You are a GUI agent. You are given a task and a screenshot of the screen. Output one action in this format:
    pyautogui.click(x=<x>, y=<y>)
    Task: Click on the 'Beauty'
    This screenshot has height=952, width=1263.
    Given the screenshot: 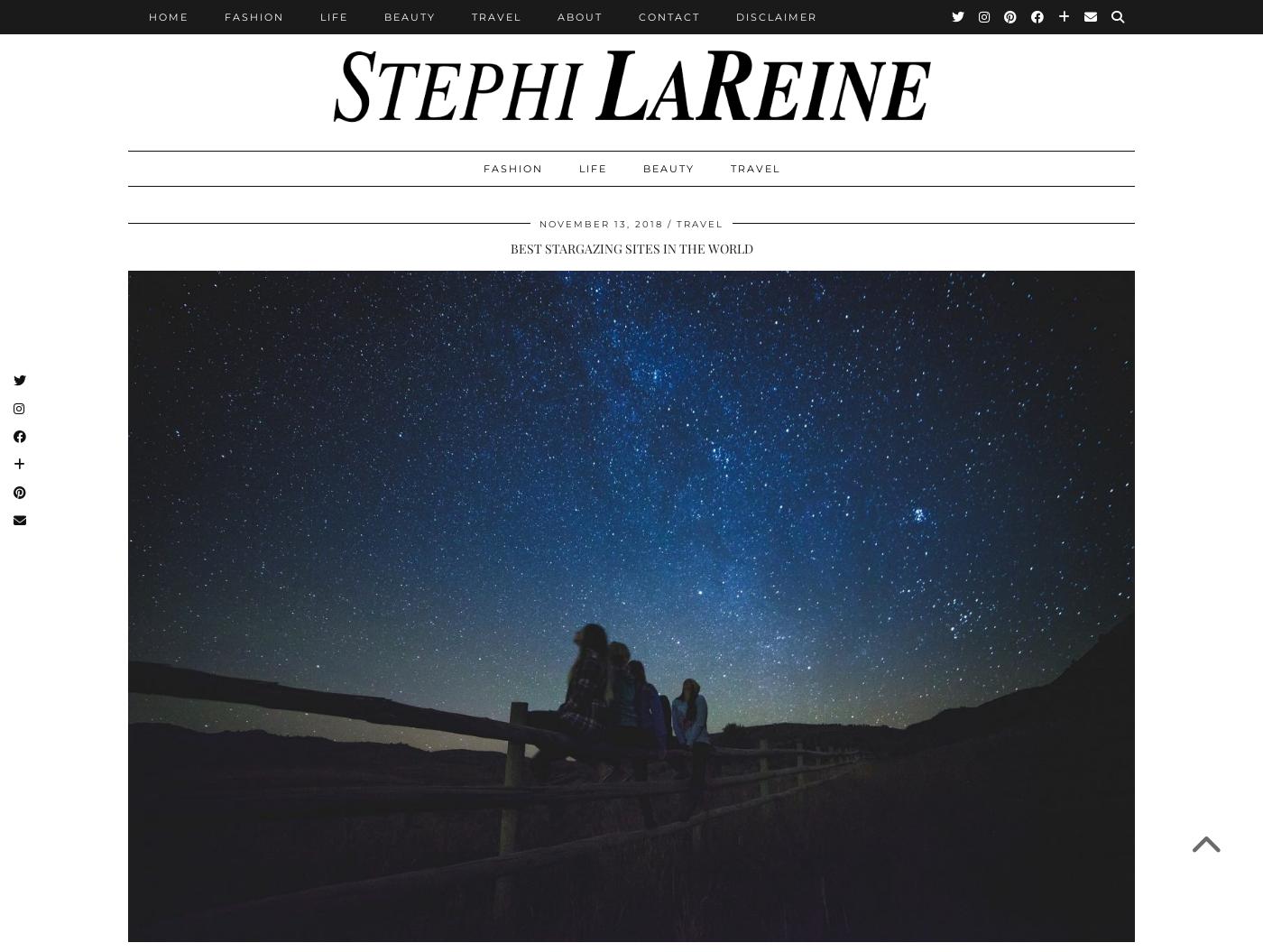 What is the action you would take?
    pyautogui.click(x=410, y=16)
    